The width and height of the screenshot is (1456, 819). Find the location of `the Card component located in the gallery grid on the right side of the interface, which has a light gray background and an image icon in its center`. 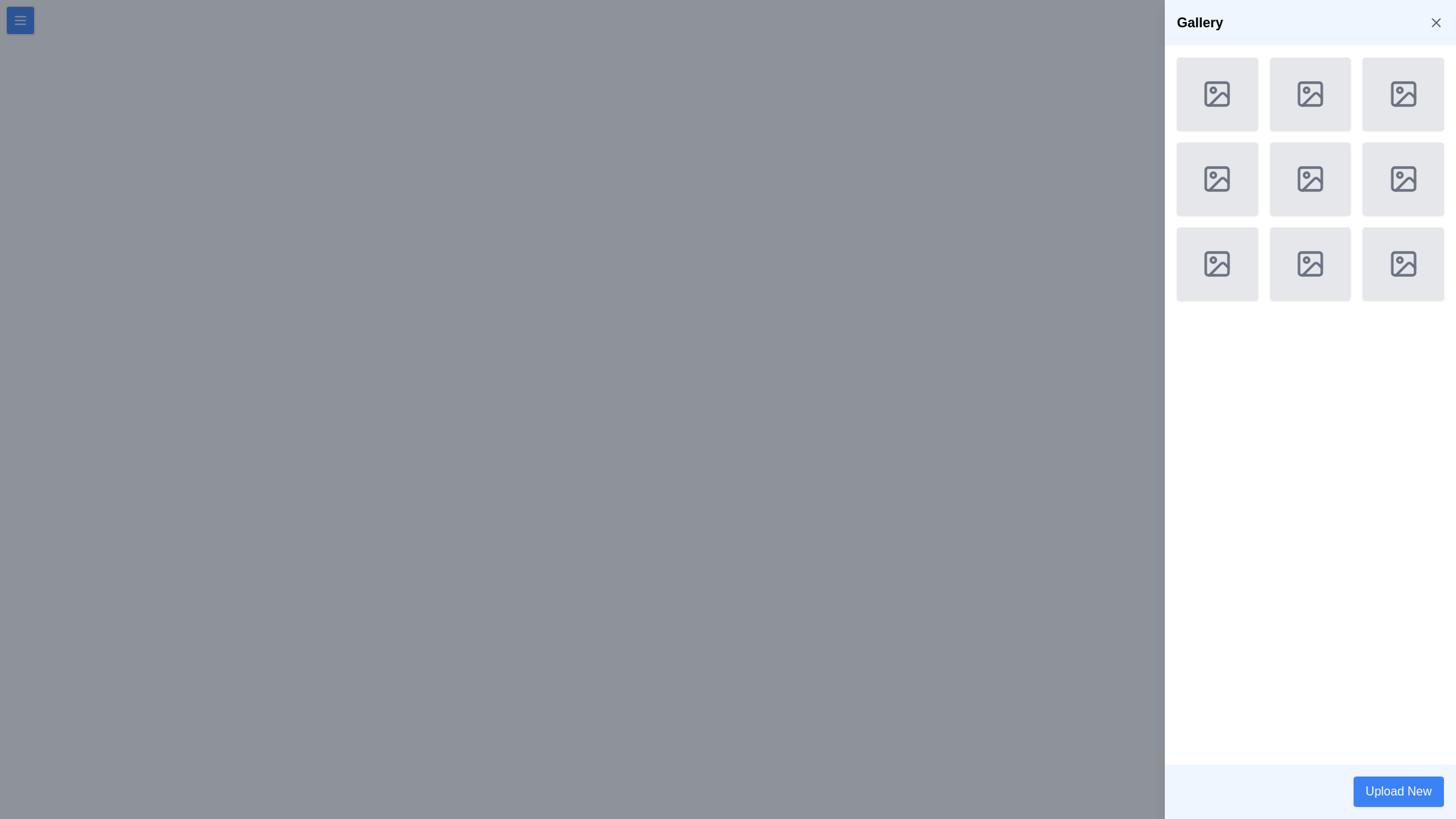

the Card component located in the gallery grid on the right side of the interface, which has a light gray background and an image icon in its center is located at coordinates (1310, 262).